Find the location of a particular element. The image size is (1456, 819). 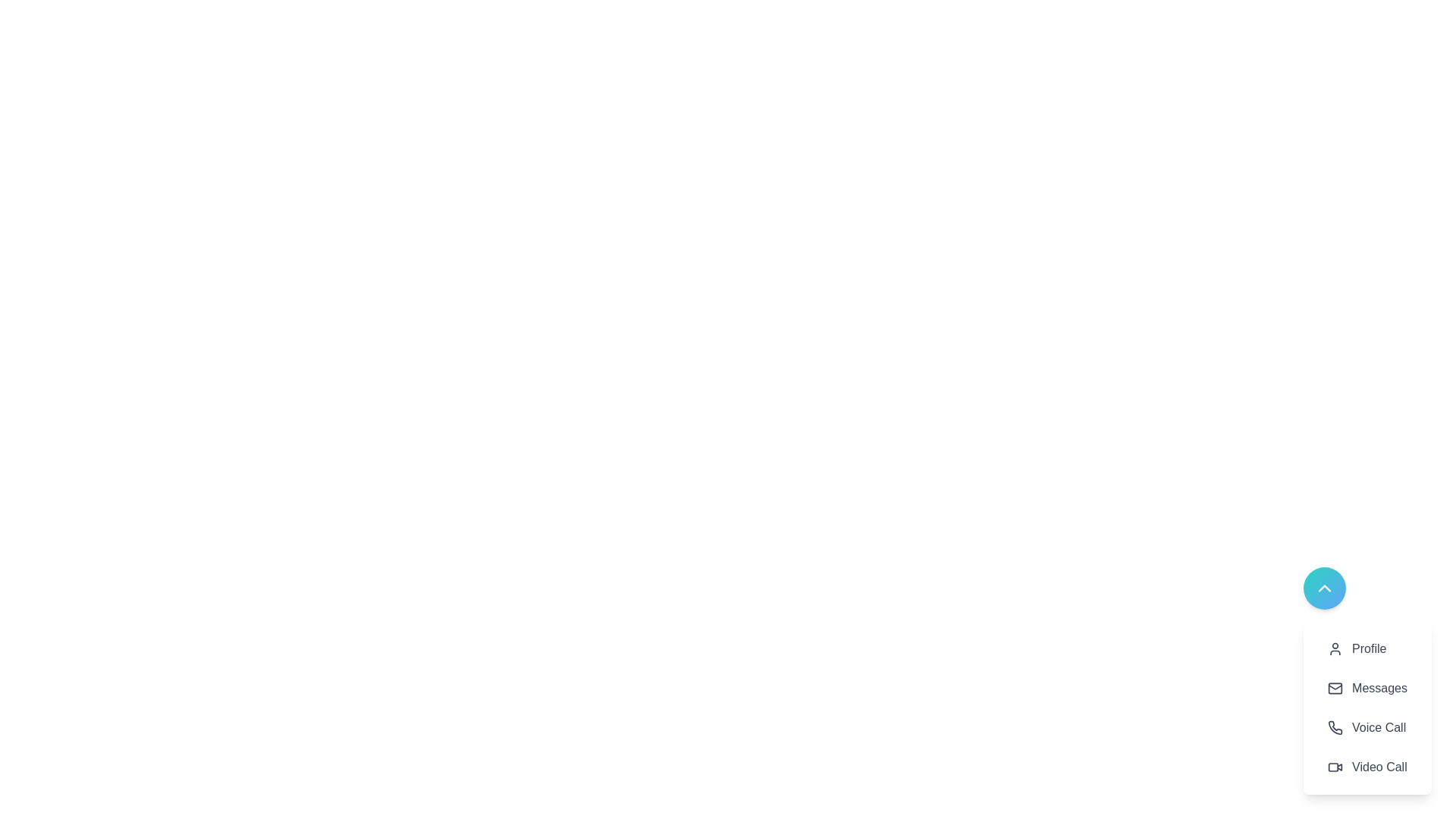

the 'Voice Call' option in the action list is located at coordinates (1367, 727).